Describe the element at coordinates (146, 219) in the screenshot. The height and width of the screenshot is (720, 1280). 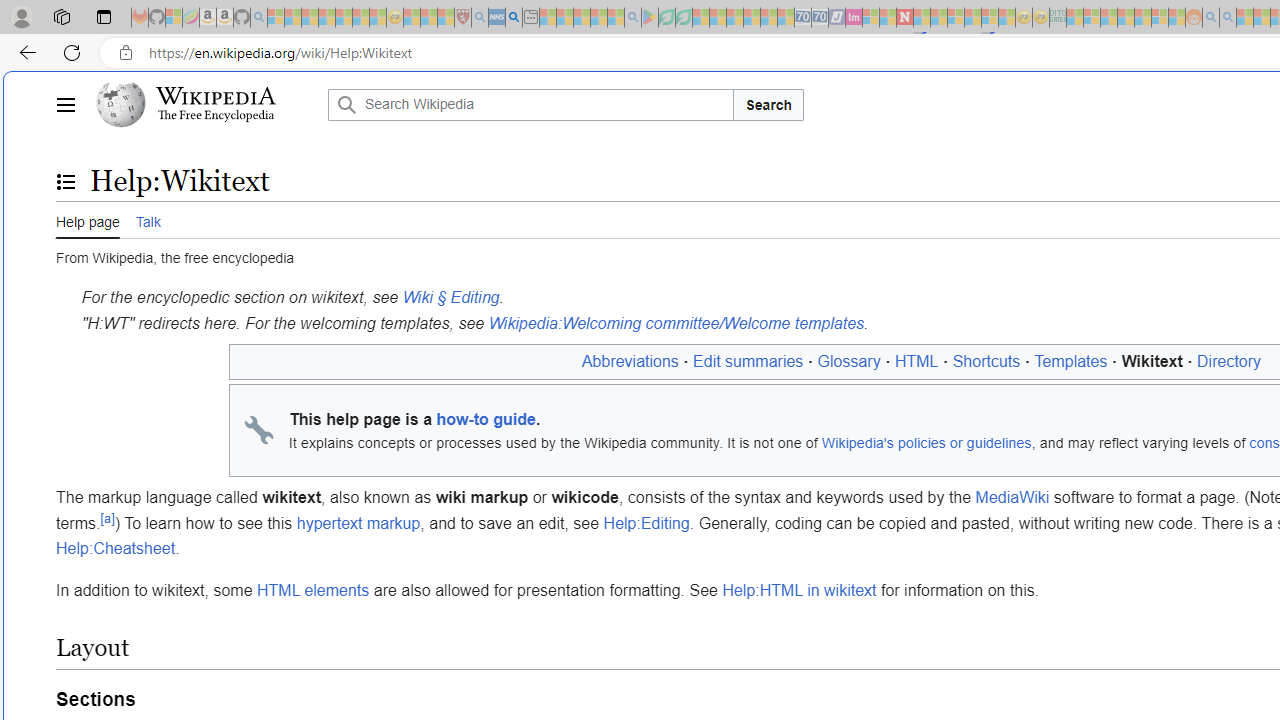
I see `'Talk'` at that location.